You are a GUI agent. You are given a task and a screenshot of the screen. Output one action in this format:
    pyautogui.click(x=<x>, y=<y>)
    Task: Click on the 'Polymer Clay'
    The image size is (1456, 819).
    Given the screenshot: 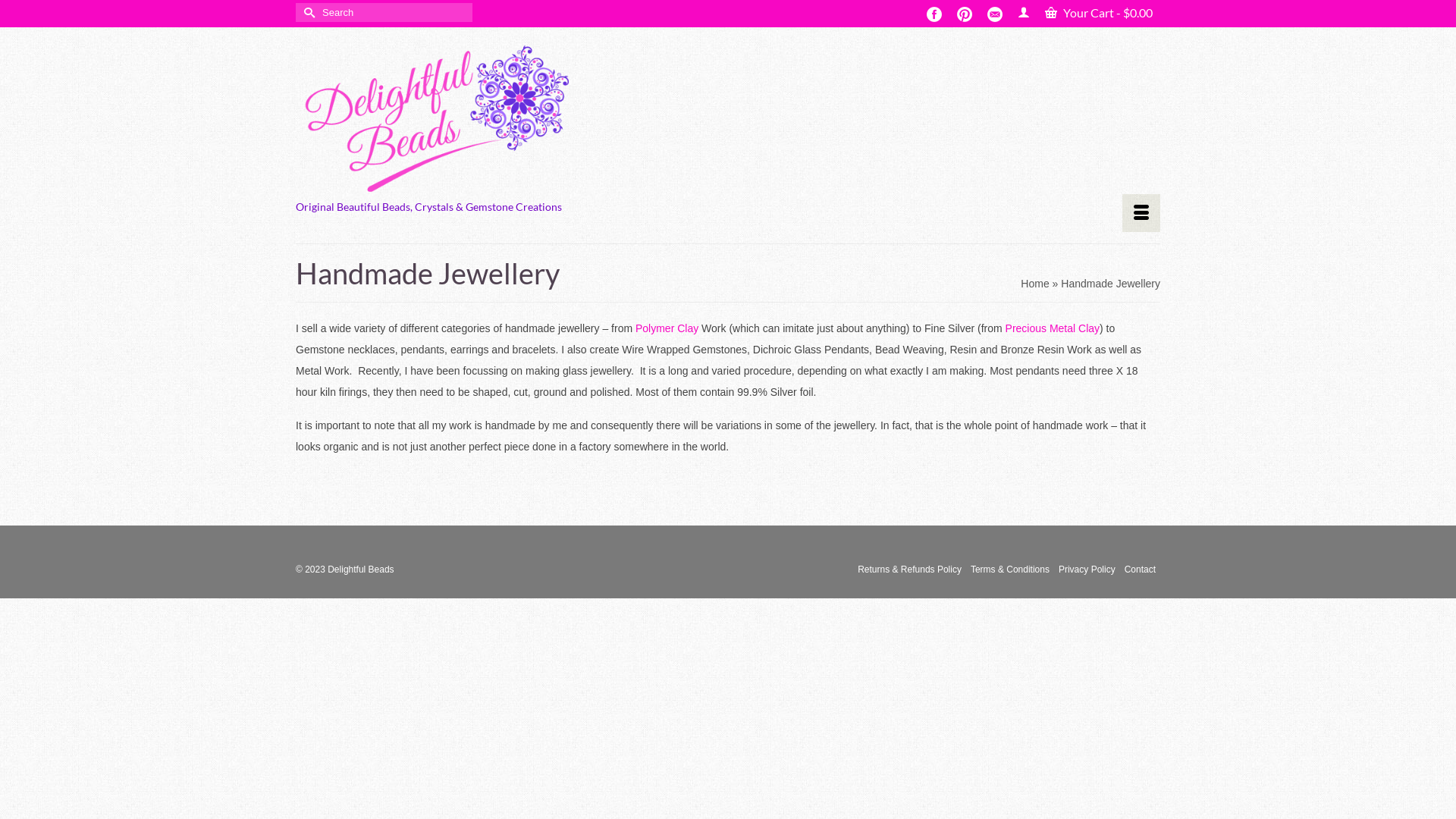 What is the action you would take?
    pyautogui.click(x=667, y=327)
    